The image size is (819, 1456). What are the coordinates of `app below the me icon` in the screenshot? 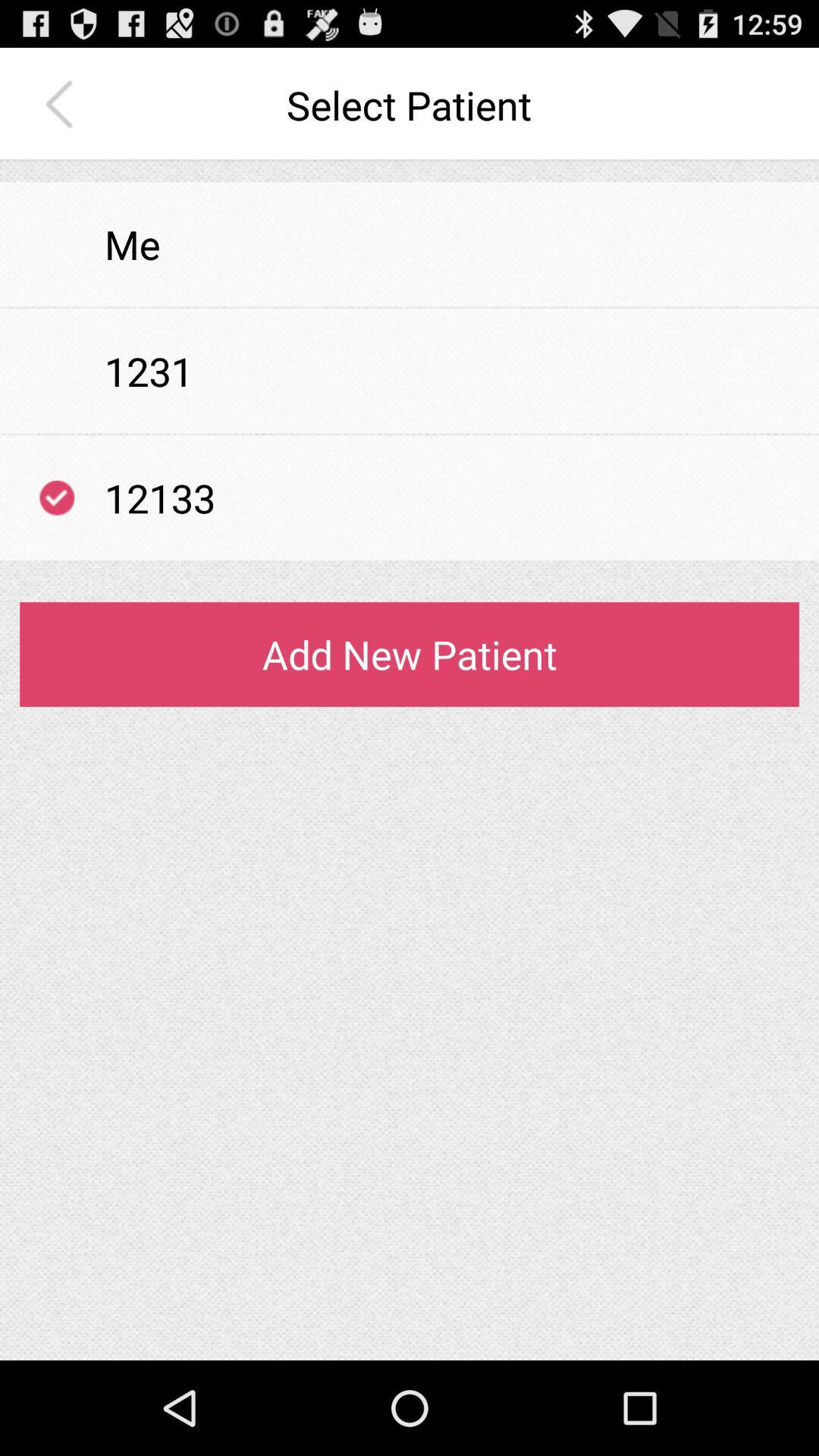 It's located at (409, 306).